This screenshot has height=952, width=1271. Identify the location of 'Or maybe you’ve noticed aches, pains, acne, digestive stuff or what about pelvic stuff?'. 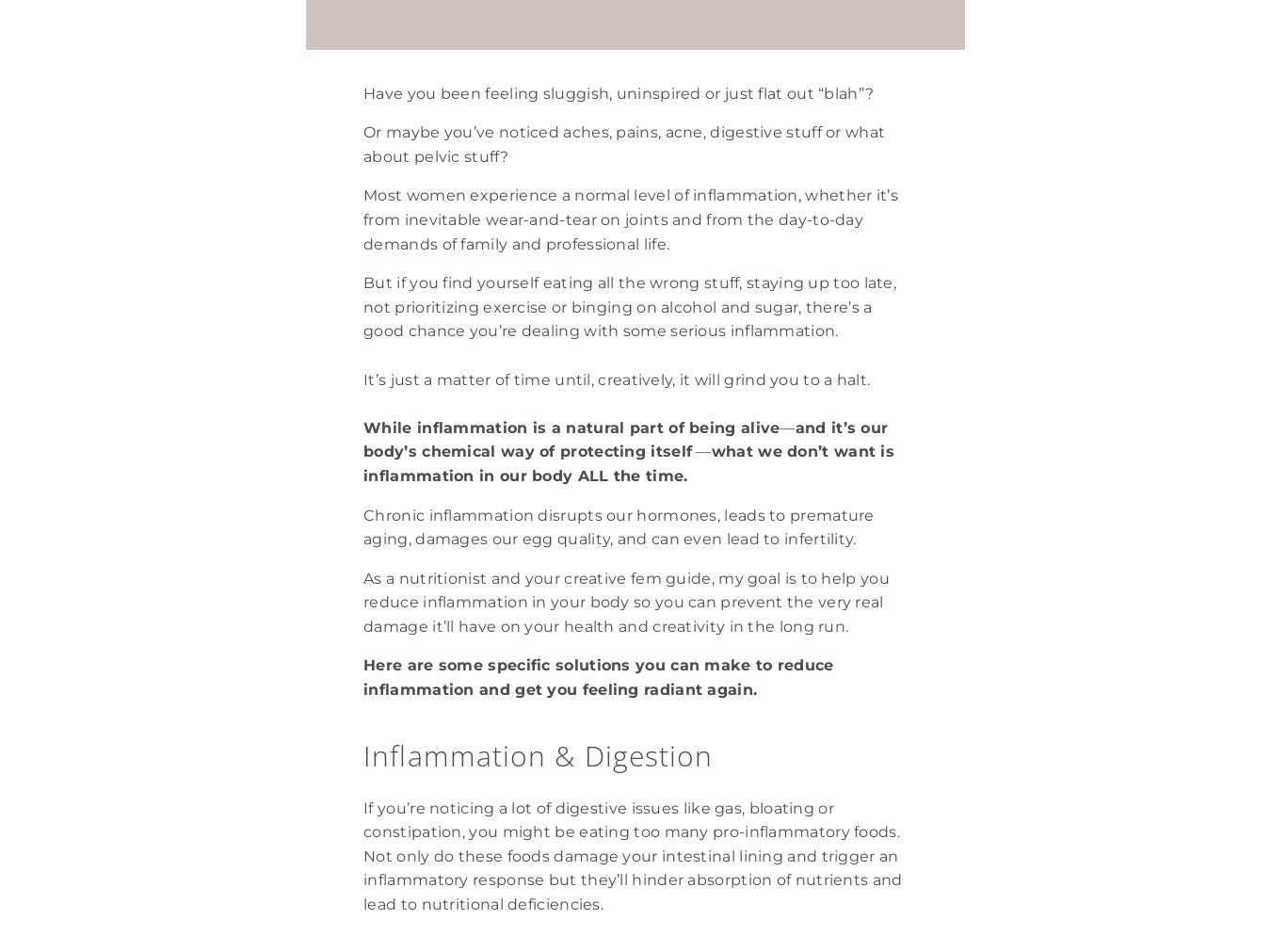
(362, 142).